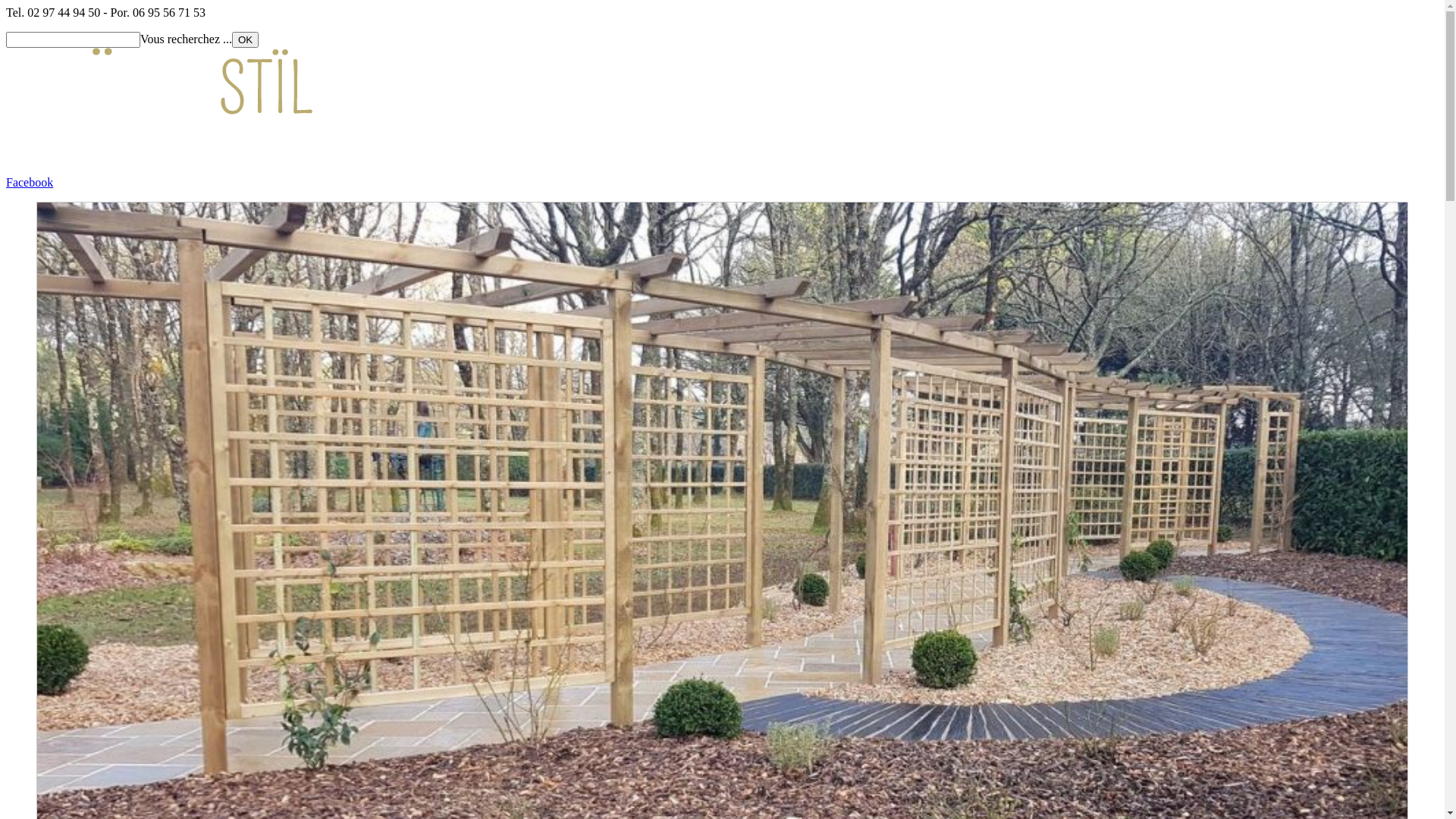  Describe the element at coordinates (29, 181) in the screenshot. I see `'Facebook'` at that location.